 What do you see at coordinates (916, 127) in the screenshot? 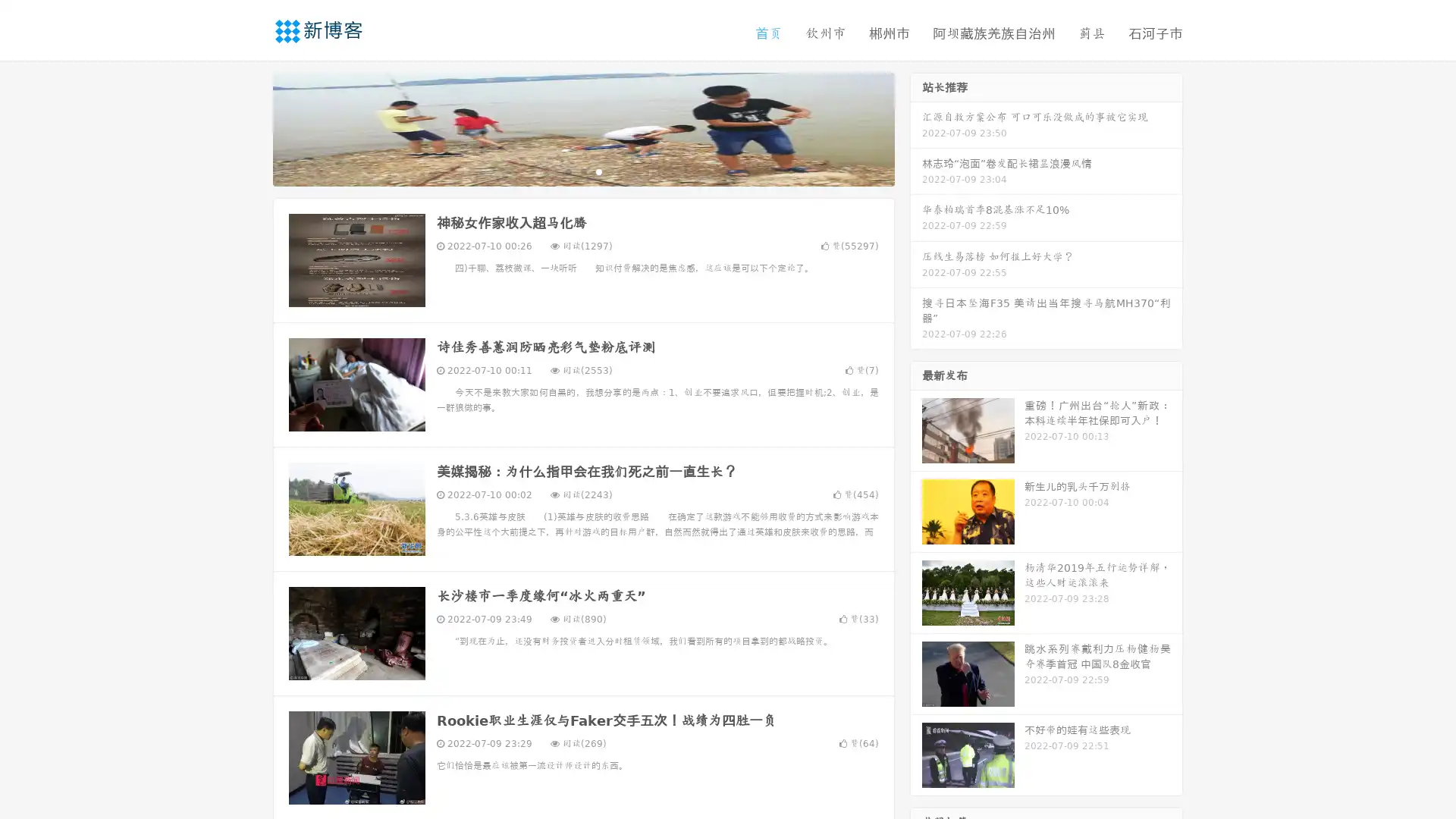
I see `Next slide` at bounding box center [916, 127].